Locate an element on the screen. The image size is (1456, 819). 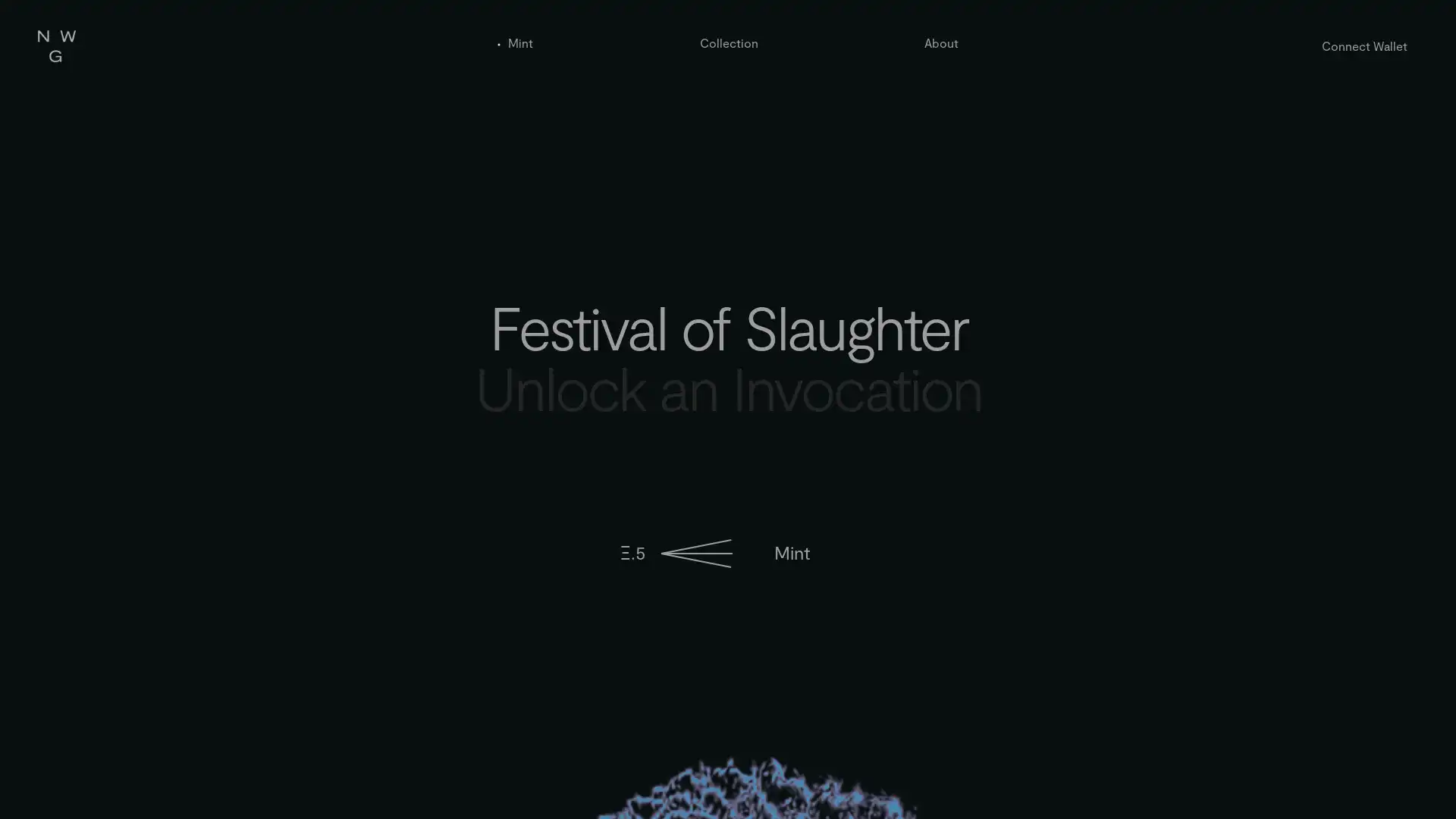
Mint is located at coordinates (790, 553).